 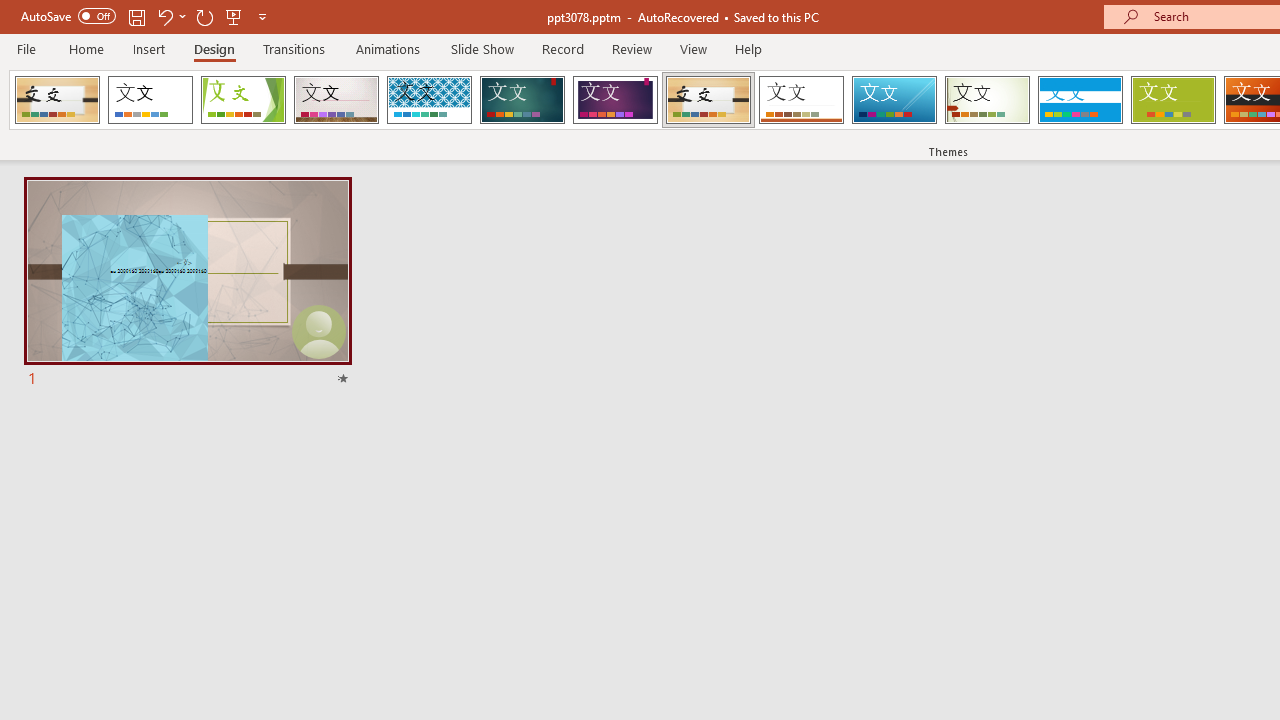 I want to click on 'Slice', so click(x=893, y=100).